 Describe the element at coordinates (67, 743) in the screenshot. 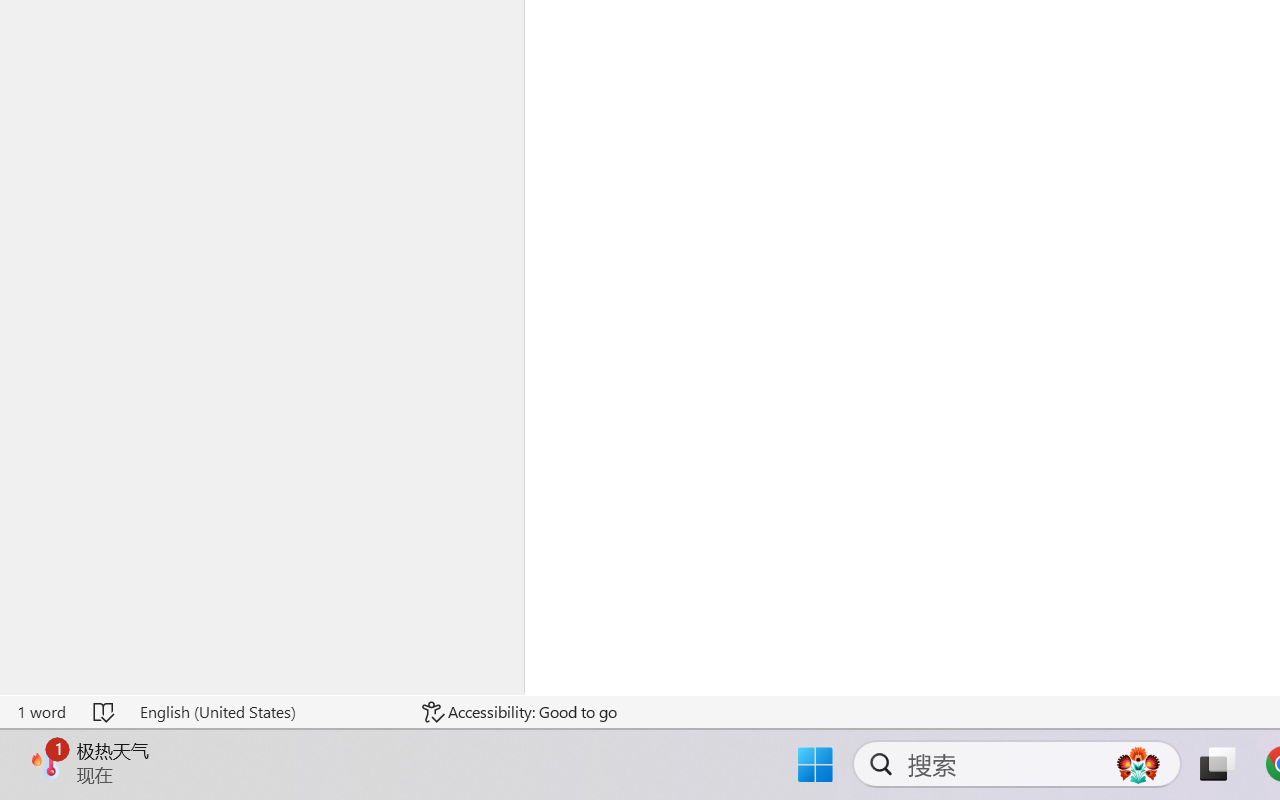

I see `'No Problems'` at that location.